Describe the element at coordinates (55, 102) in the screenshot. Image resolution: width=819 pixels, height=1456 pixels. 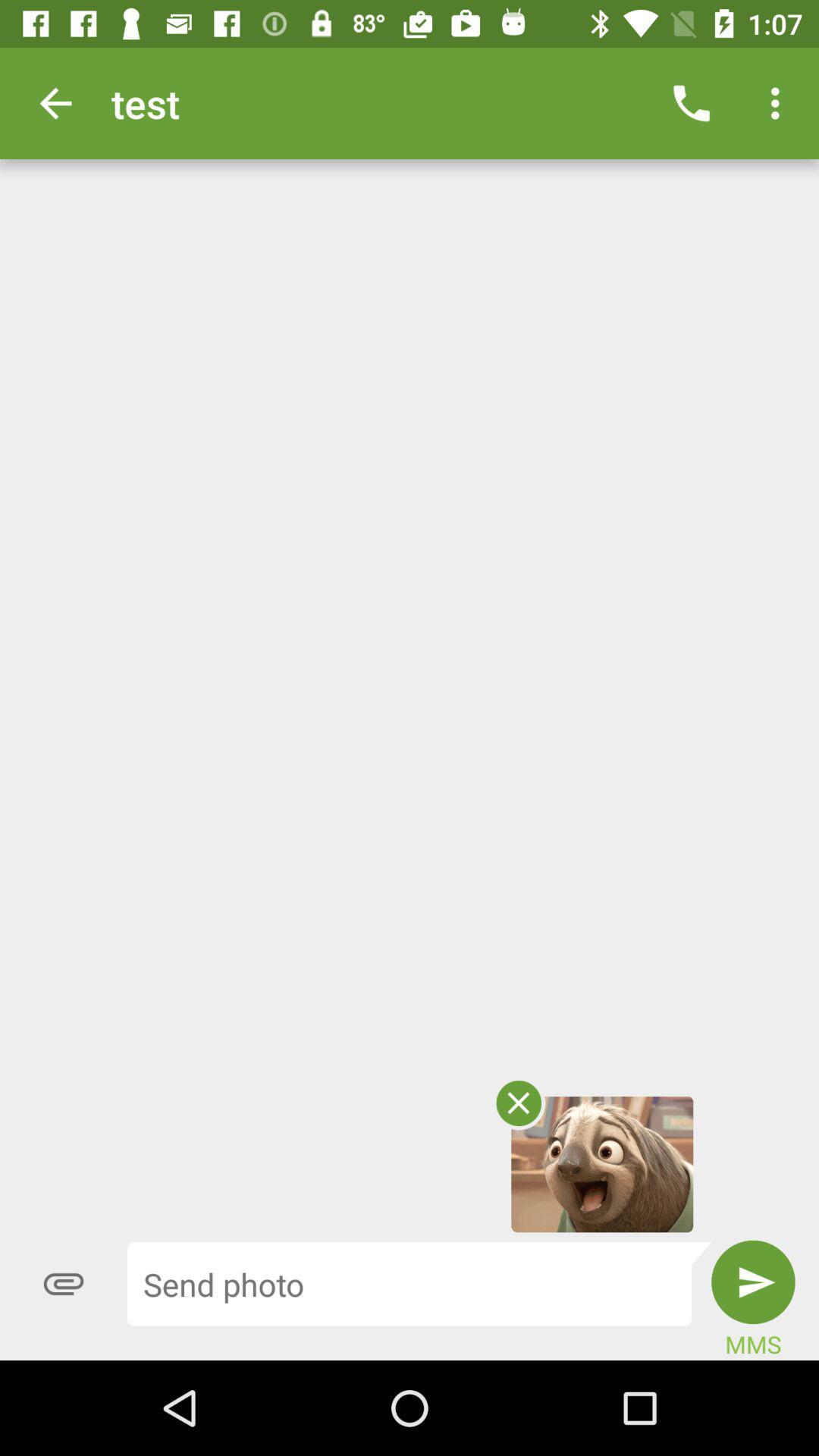
I see `icon at the top left corner` at that location.